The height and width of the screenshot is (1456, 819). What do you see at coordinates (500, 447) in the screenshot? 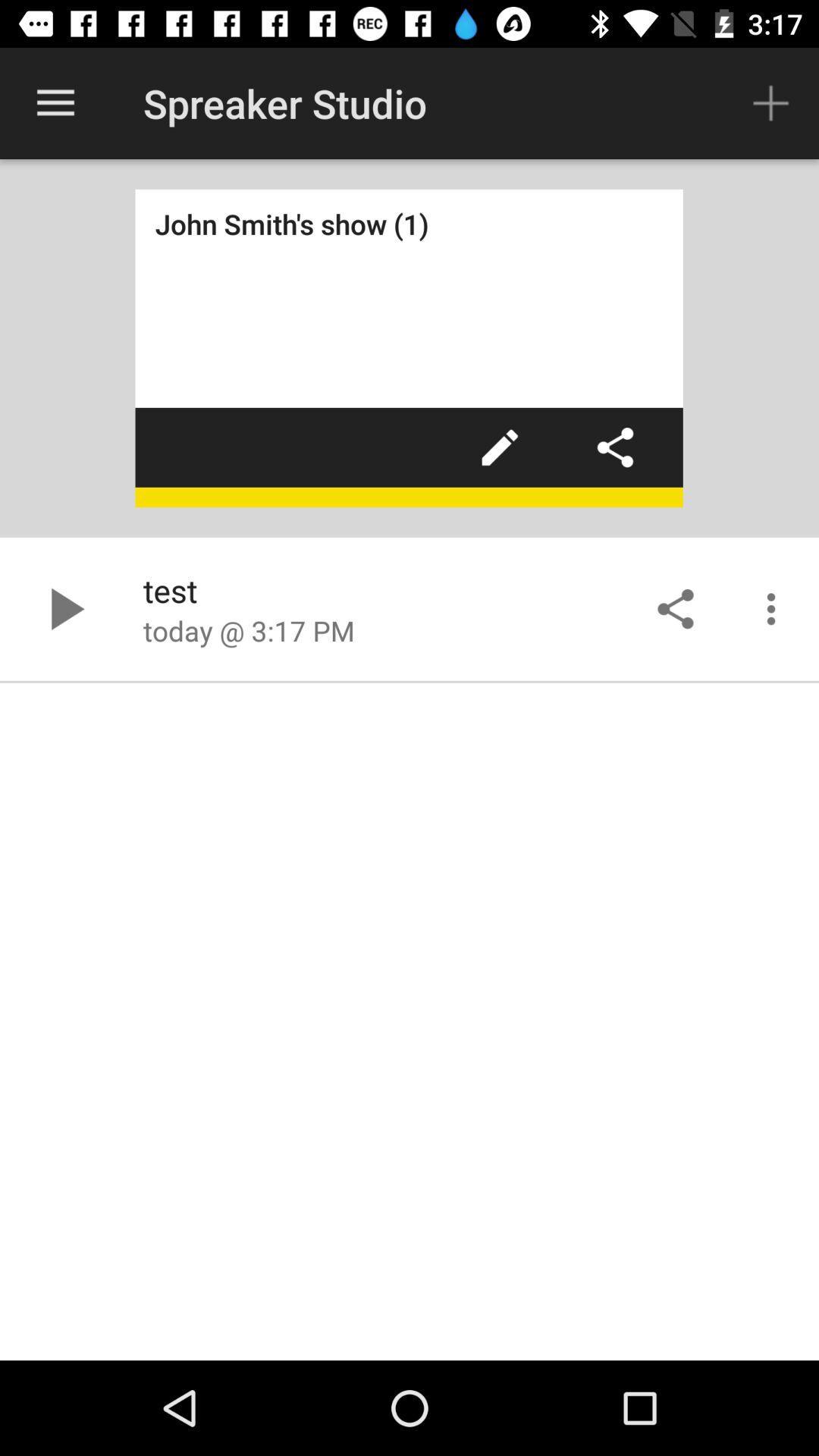
I see `the edit icon` at bounding box center [500, 447].